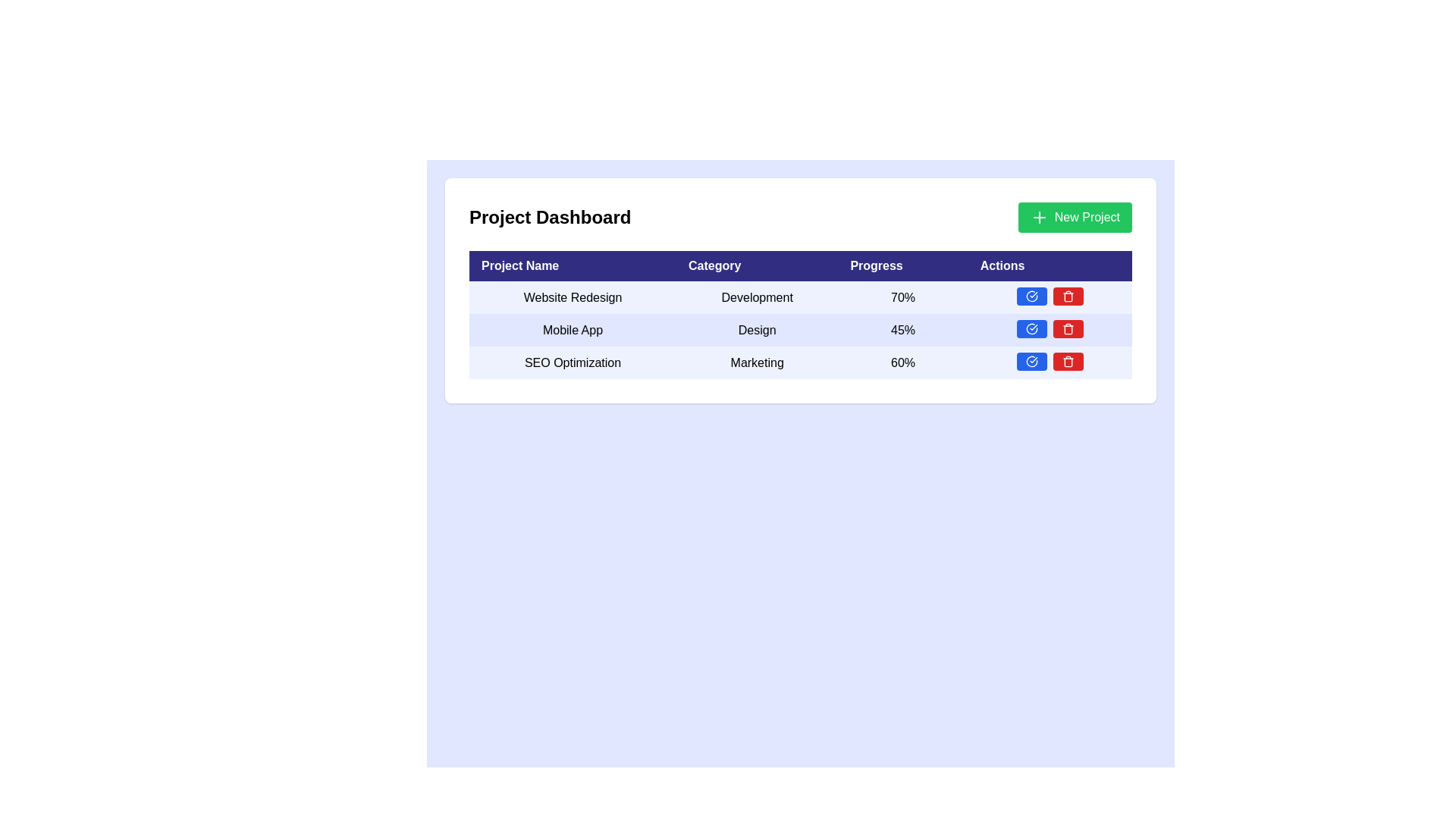  I want to click on the delete button located in the 'Actions' column of the last row in the table, so click(1067, 362).